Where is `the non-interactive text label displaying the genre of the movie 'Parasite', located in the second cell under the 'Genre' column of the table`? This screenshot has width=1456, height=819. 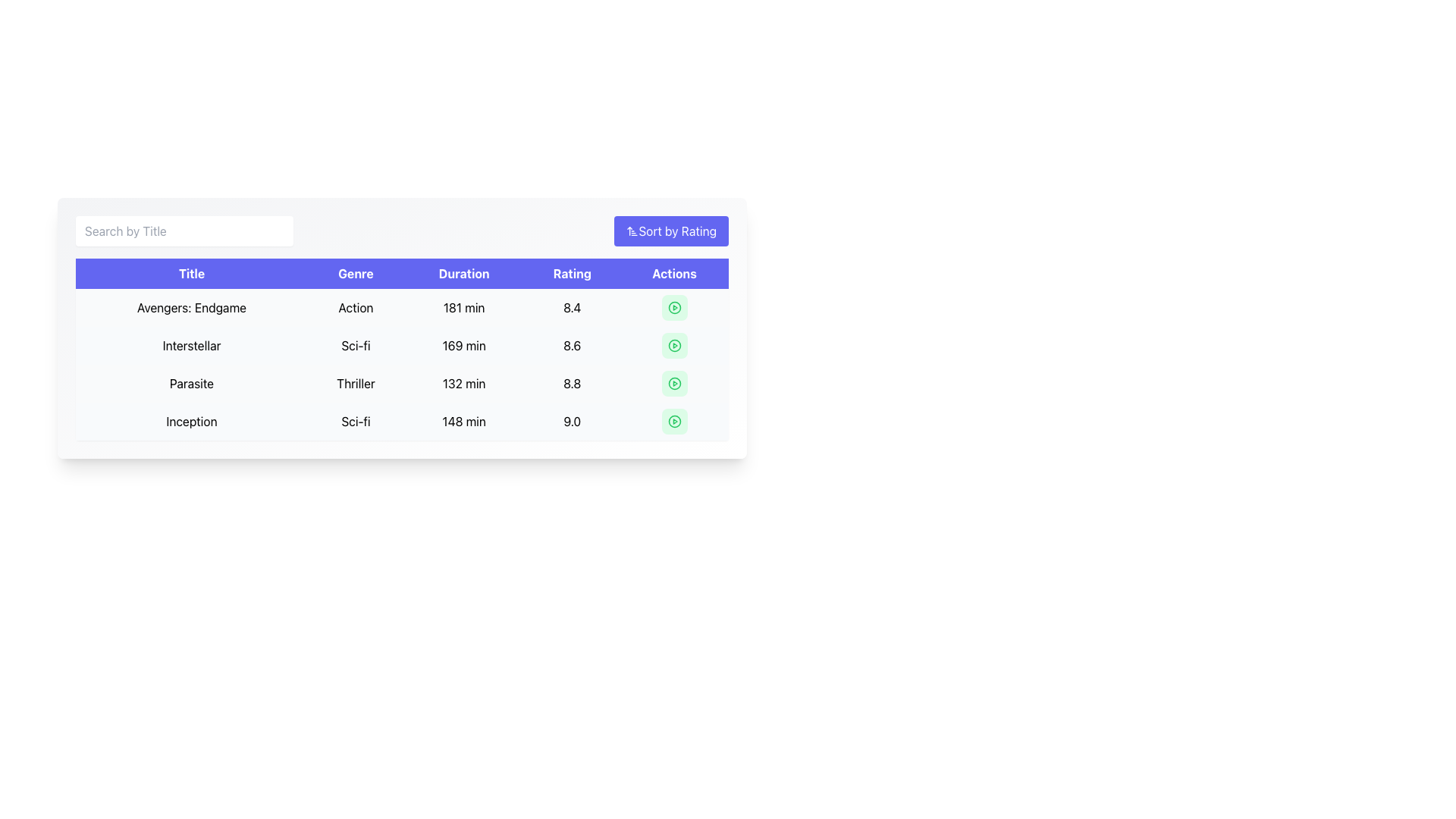 the non-interactive text label displaying the genre of the movie 'Parasite', located in the second cell under the 'Genre' column of the table is located at coordinates (355, 382).